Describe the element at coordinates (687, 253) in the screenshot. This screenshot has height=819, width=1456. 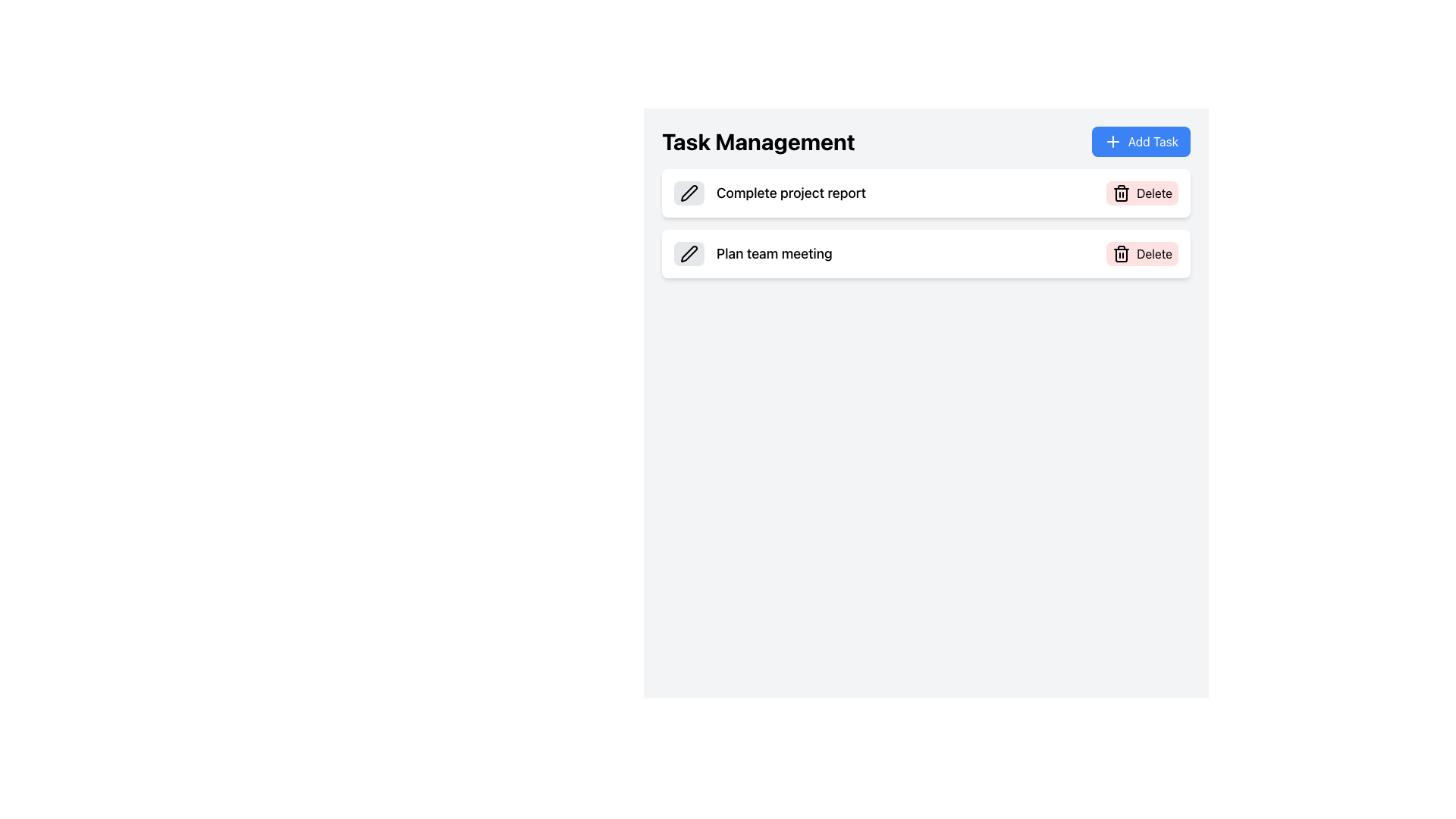
I see `the edit icon located in the top-left side of the second task item, aligned with the 'Plan team meeting' text` at that location.